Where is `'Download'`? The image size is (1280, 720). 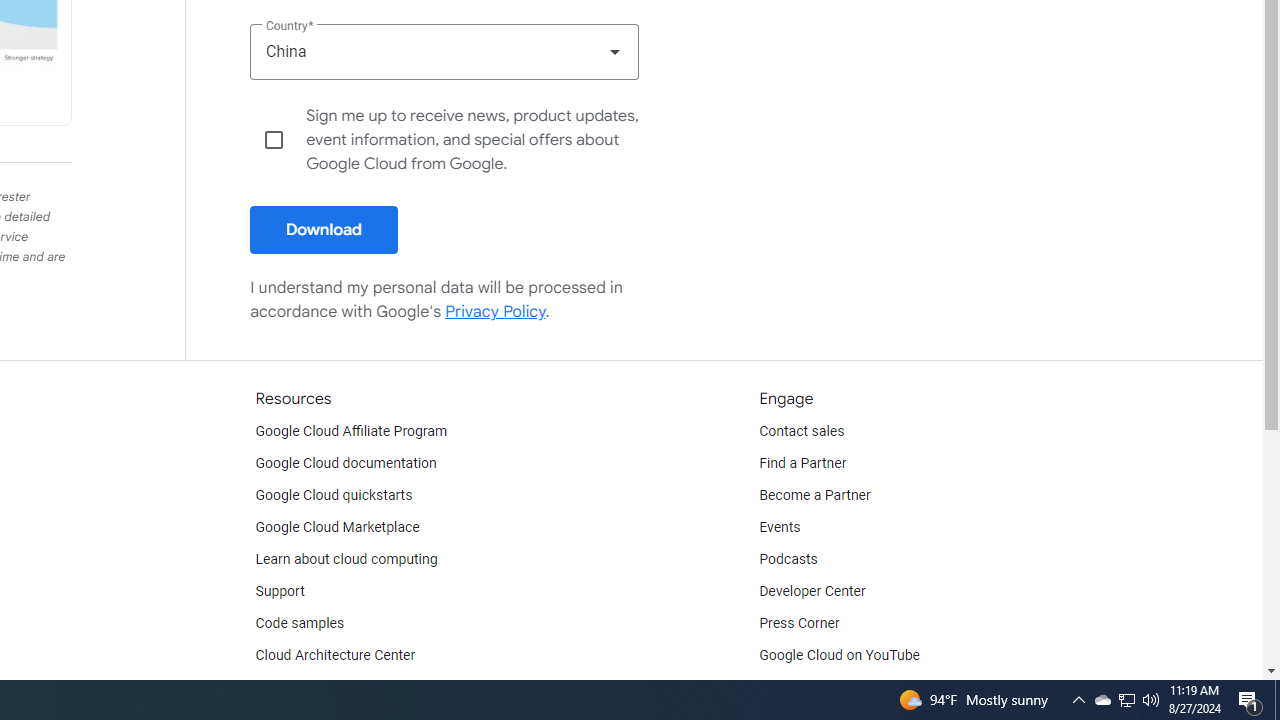 'Download' is located at coordinates (324, 229).